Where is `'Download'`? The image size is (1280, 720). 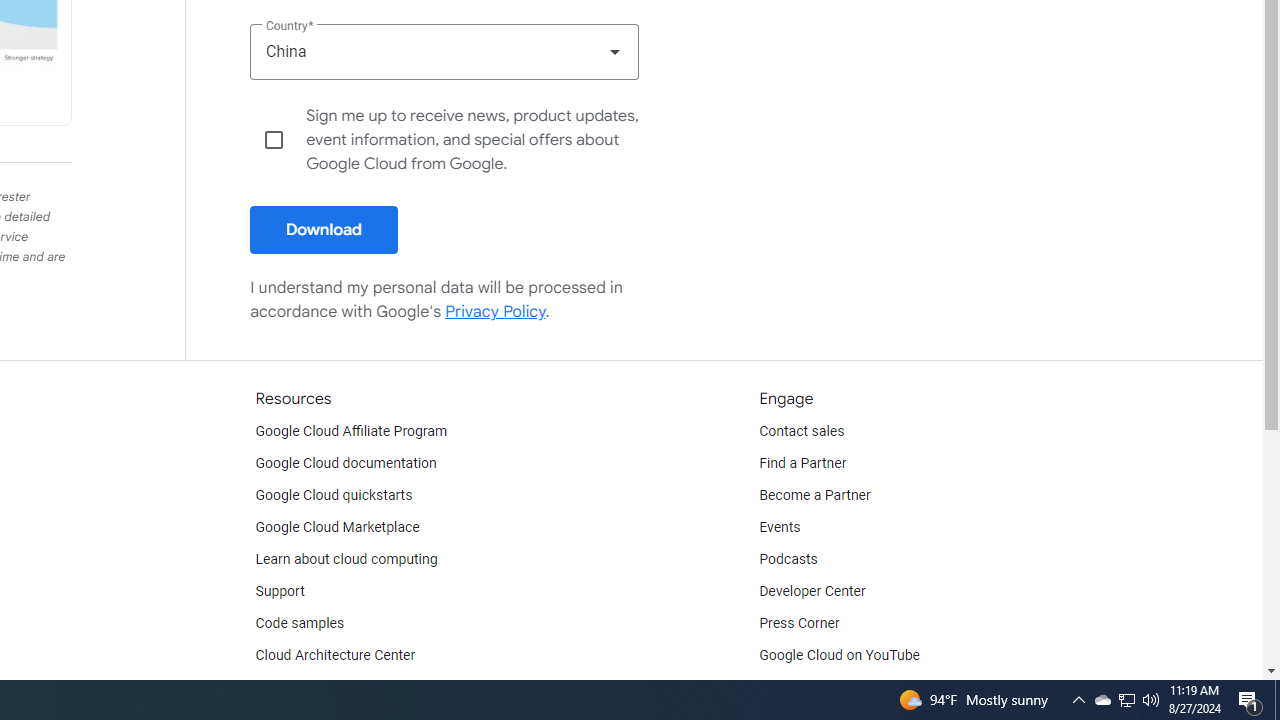 'Download' is located at coordinates (324, 229).